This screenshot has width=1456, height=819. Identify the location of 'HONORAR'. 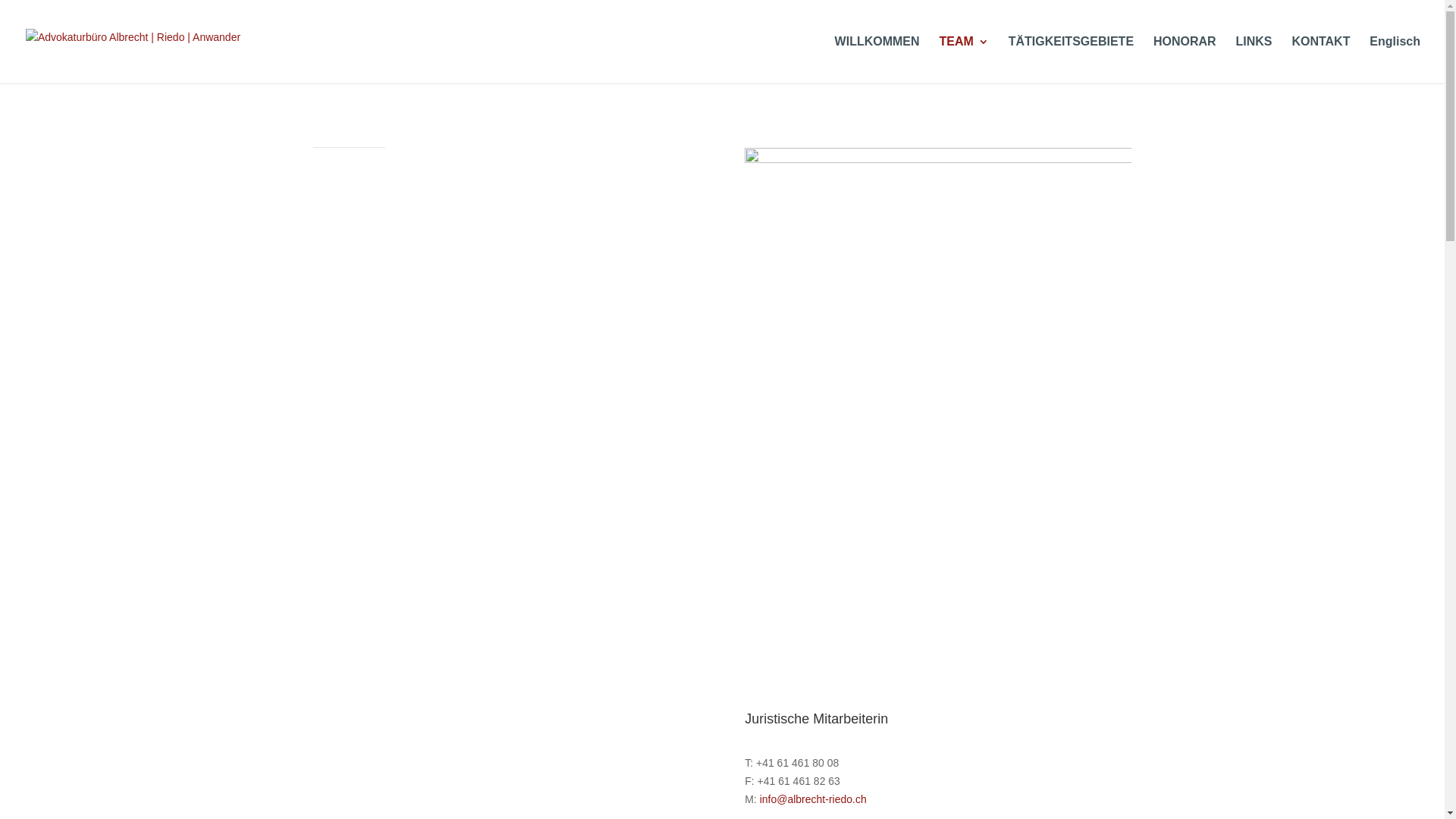
(1184, 58).